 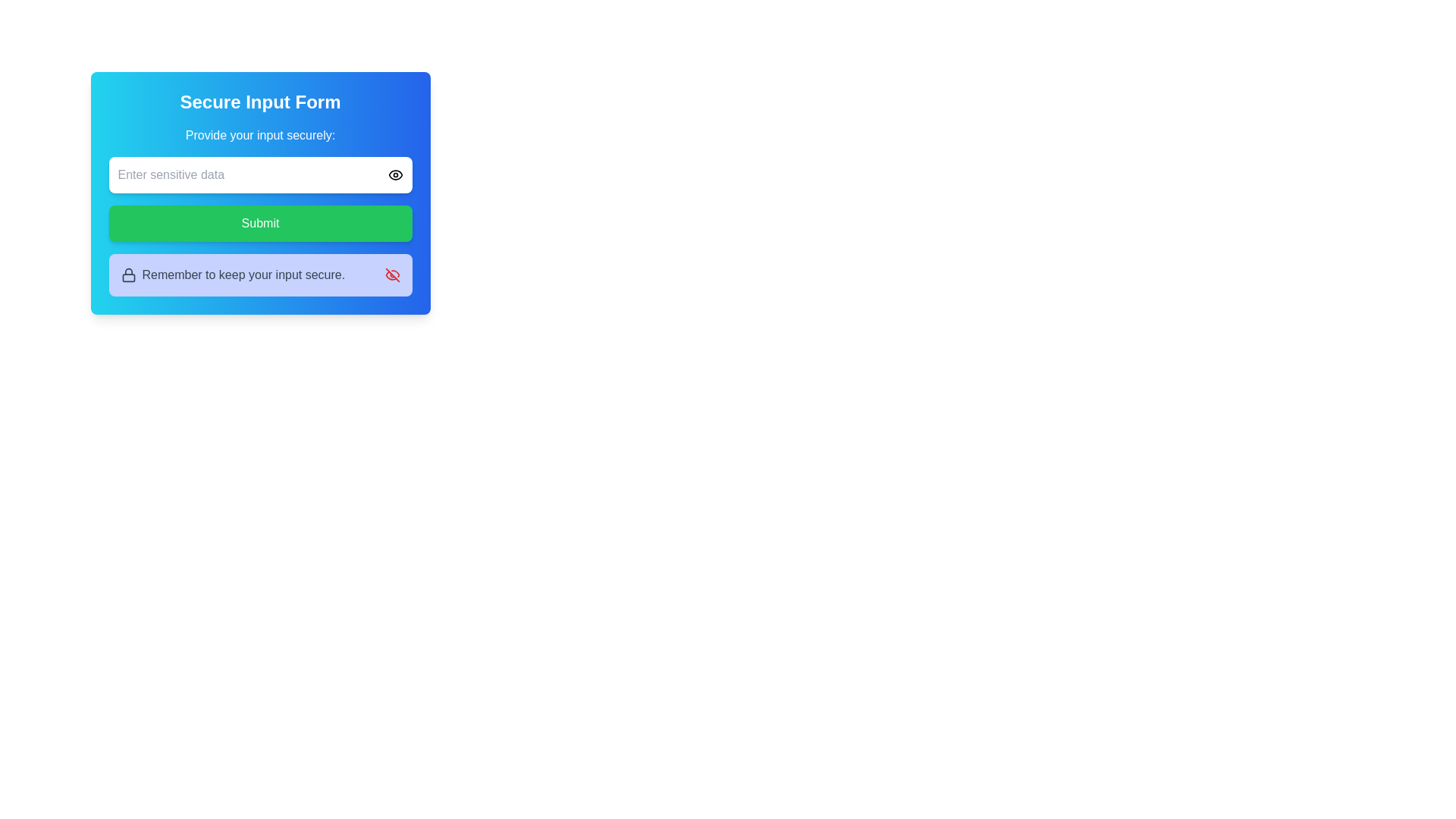 What do you see at coordinates (243, 275) in the screenshot?
I see `the security-related reminder text element located below the green 'Submit' button, to the right of the lock icon and to the left of the red interactive icon` at bounding box center [243, 275].